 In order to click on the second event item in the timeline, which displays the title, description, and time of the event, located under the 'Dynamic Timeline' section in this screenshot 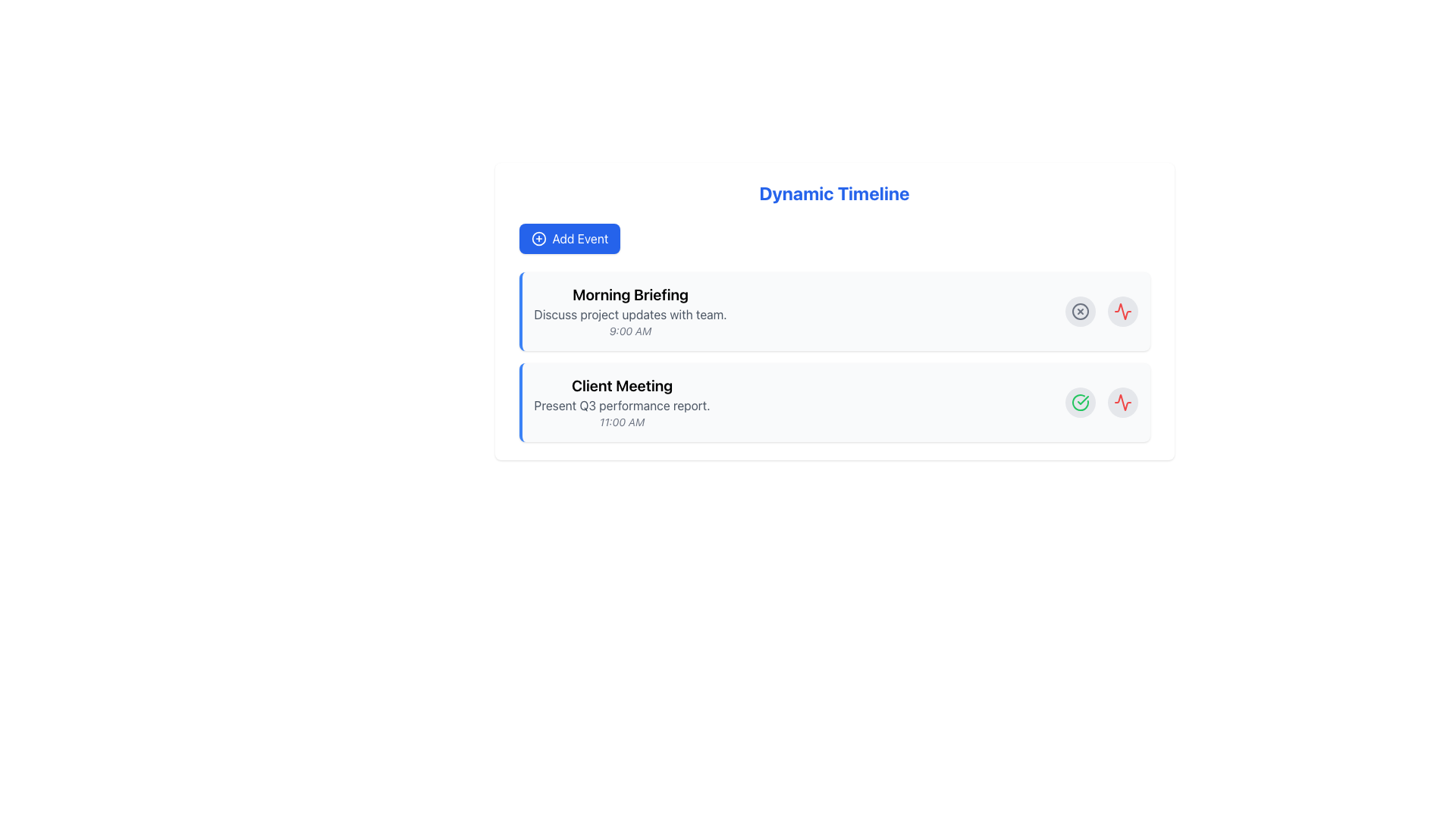, I will do `click(622, 402)`.